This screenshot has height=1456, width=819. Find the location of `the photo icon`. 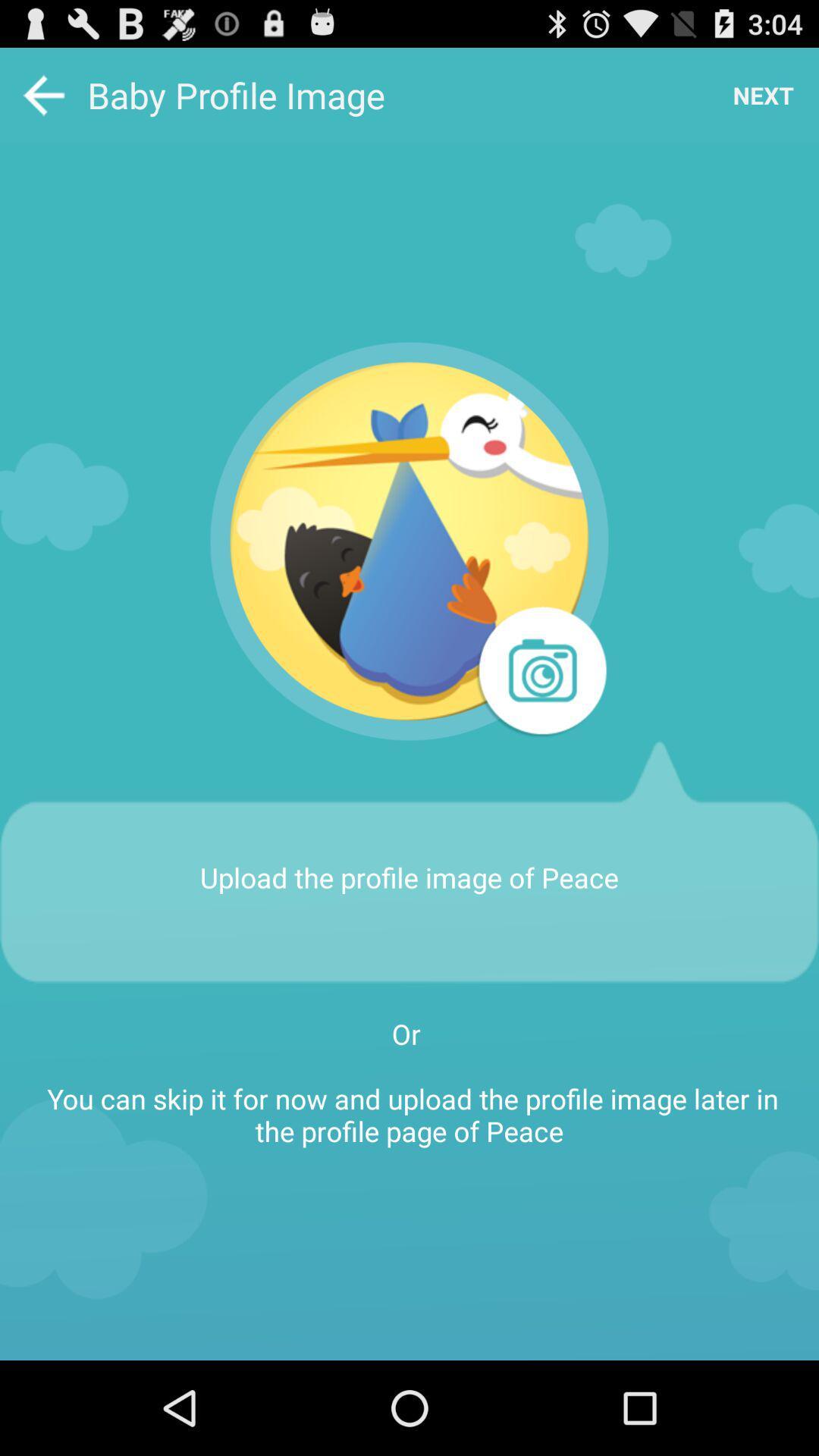

the photo icon is located at coordinates (540, 719).